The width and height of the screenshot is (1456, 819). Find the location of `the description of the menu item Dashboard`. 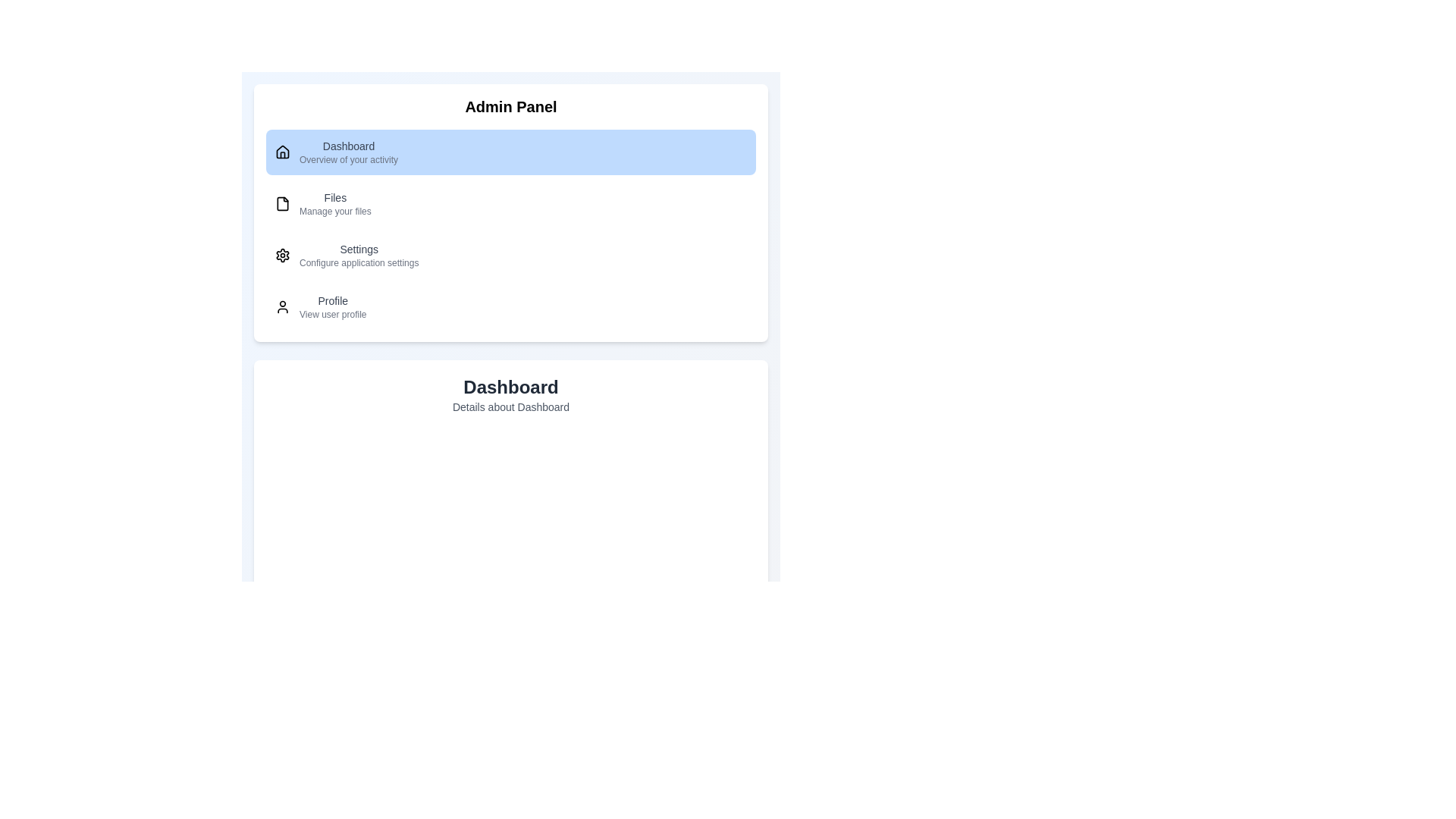

the description of the menu item Dashboard is located at coordinates (348, 152).